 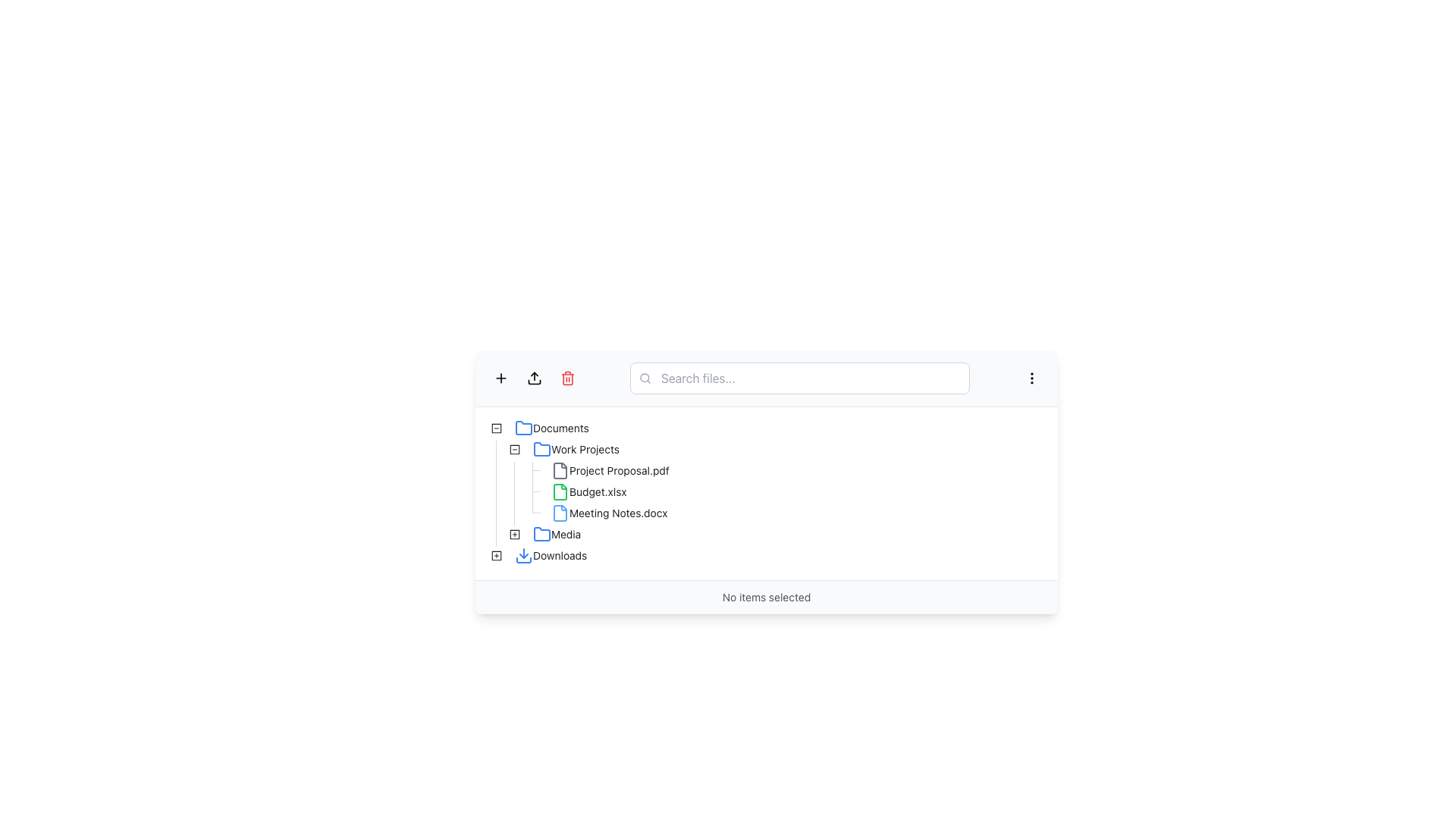 What do you see at coordinates (550, 555) in the screenshot?
I see `the 'Downloads' folder icon in the file directory tree` at bounding box center [550, 555].